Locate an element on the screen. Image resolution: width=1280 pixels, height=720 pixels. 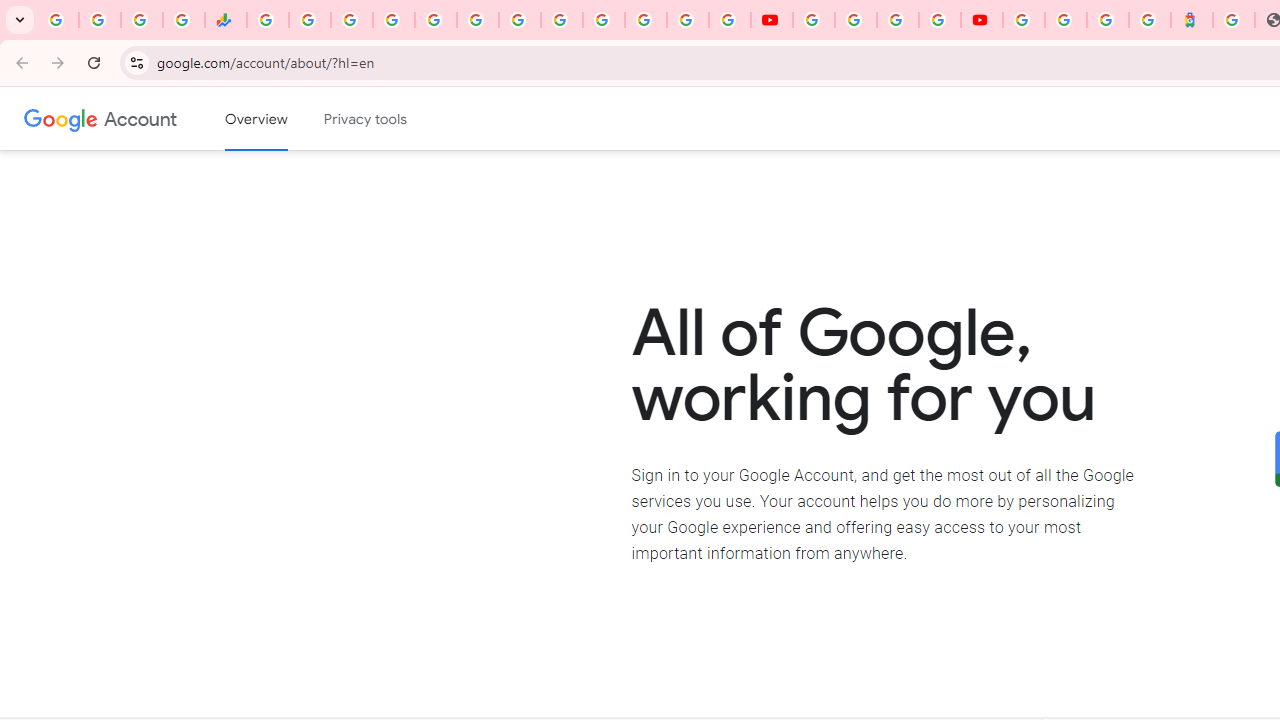
'Google logo' is located at coordinates (61, 118).